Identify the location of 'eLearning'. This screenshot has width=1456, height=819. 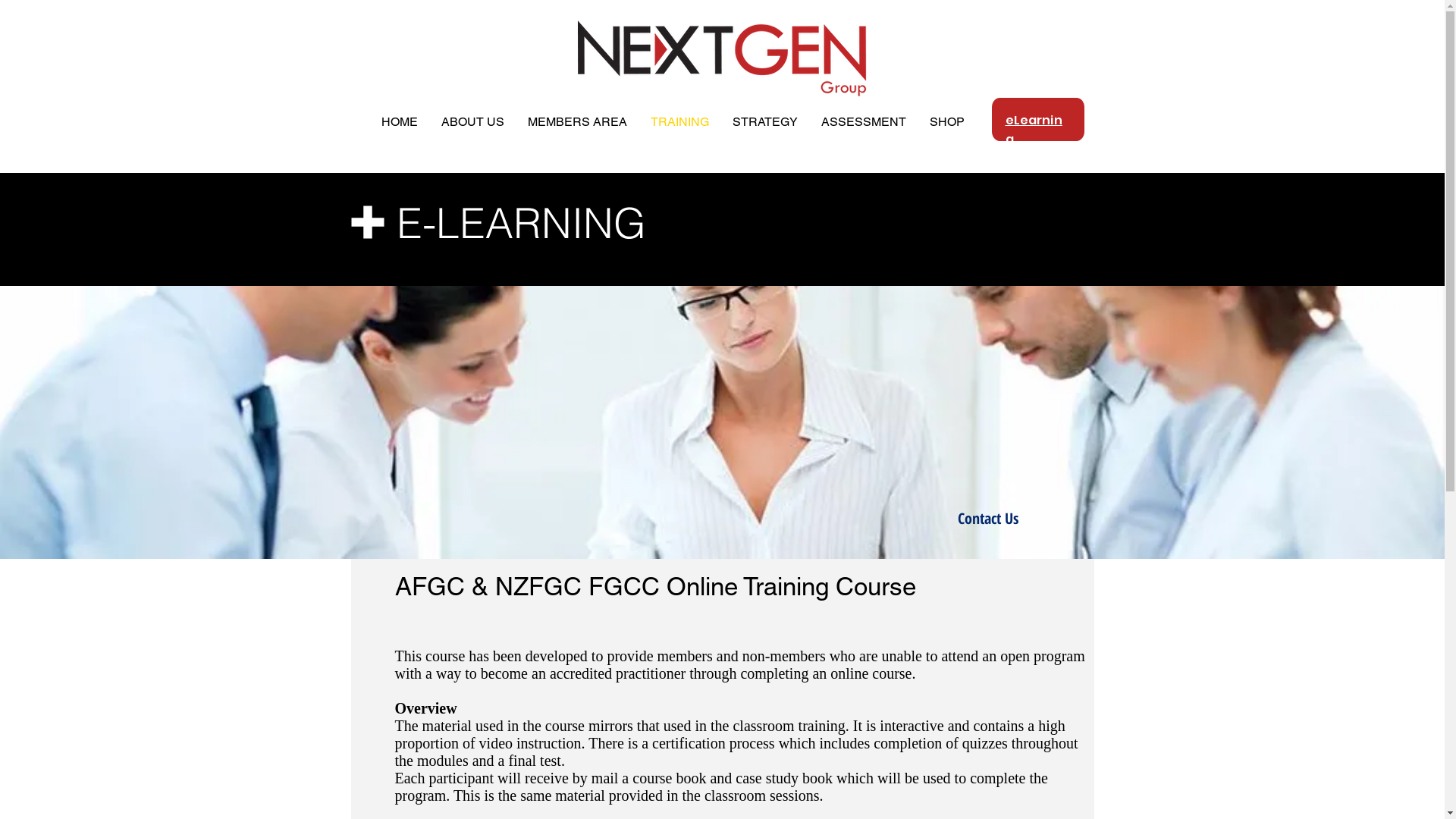
(1005, 128).